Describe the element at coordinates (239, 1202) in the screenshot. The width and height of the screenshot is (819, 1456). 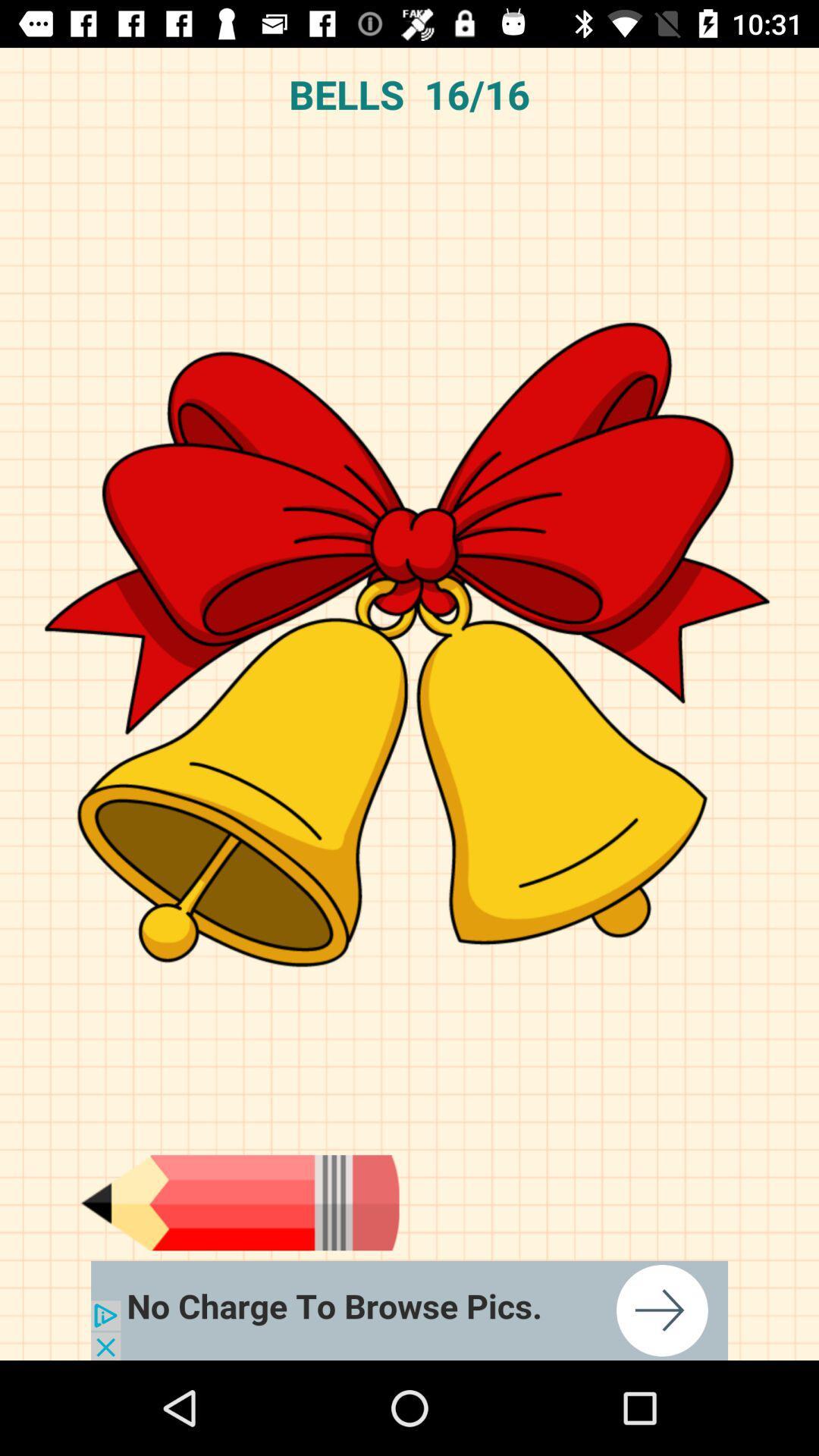
I see `use the pencil` at that location.